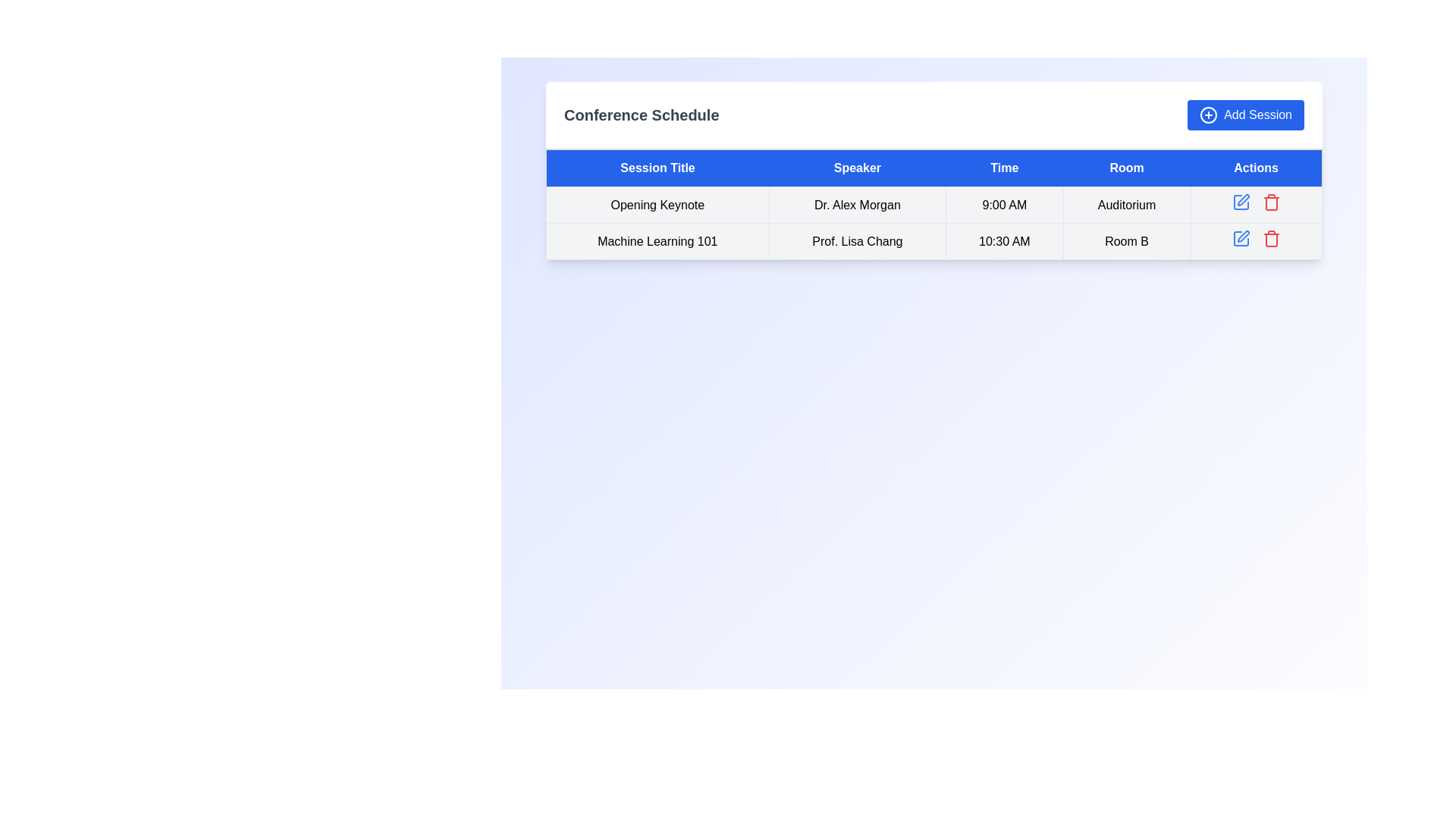 This screenshot has width=1456, height=819. I want to click on the circle representing the 'plus' symbol within the 'Add Session' button located at the top-right corner of the interface, so click(1208, 114).